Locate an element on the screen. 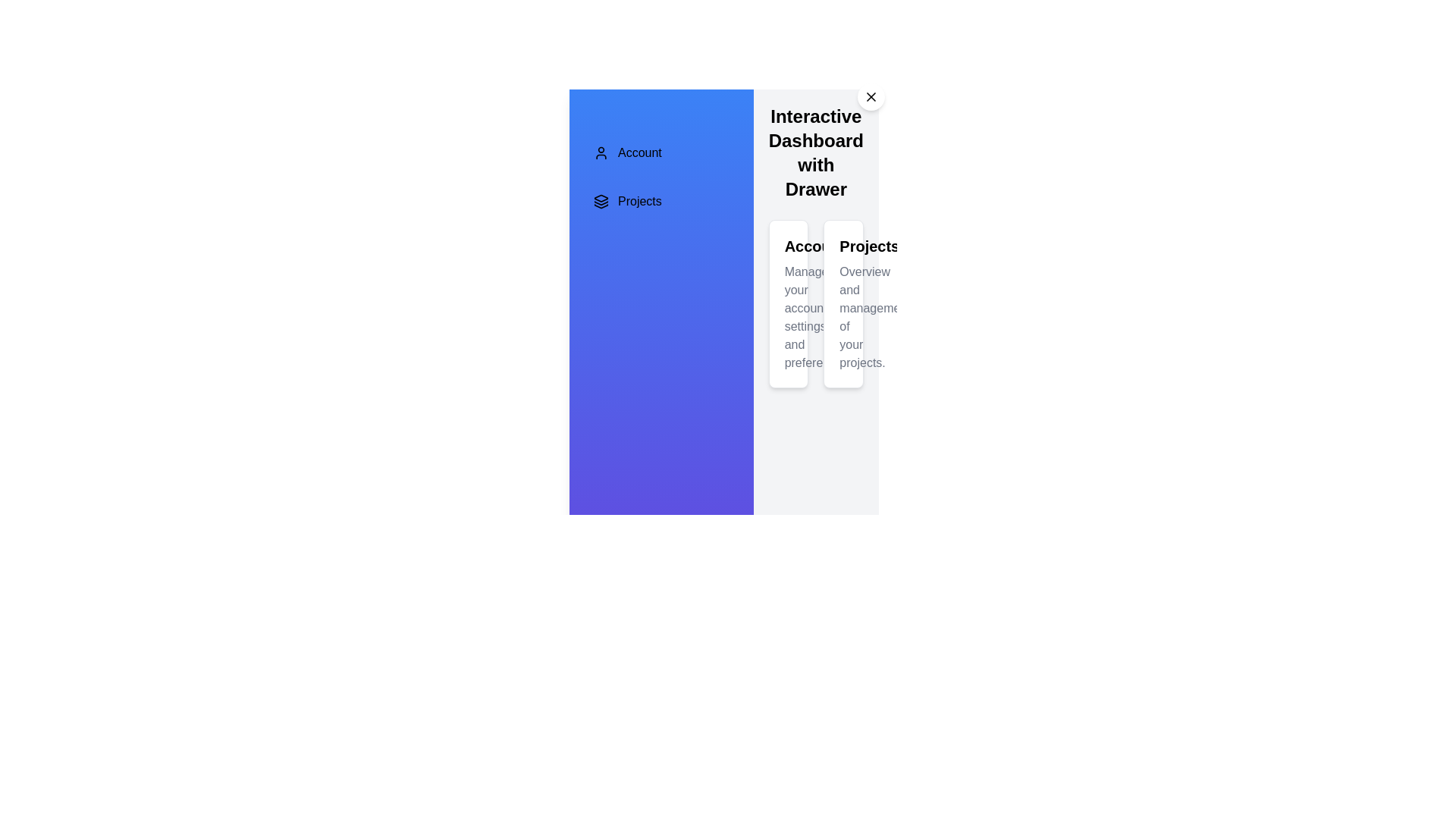 The image size is (1456, 819). the menu item Projects to view its hover effect is located at coordinates (661, 201).